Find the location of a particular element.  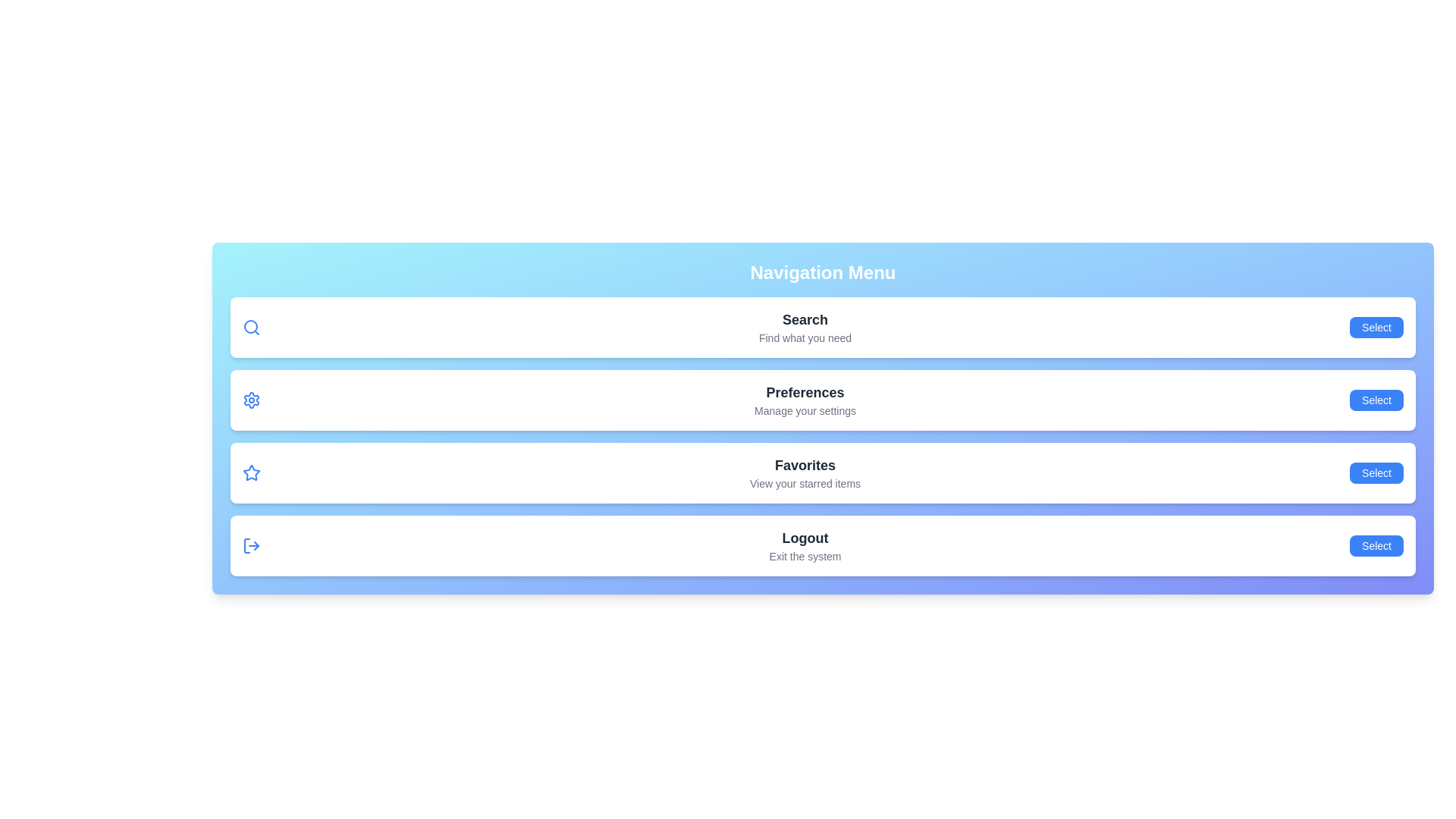

the navigation item Logout is located at coordinates (1376, 546).